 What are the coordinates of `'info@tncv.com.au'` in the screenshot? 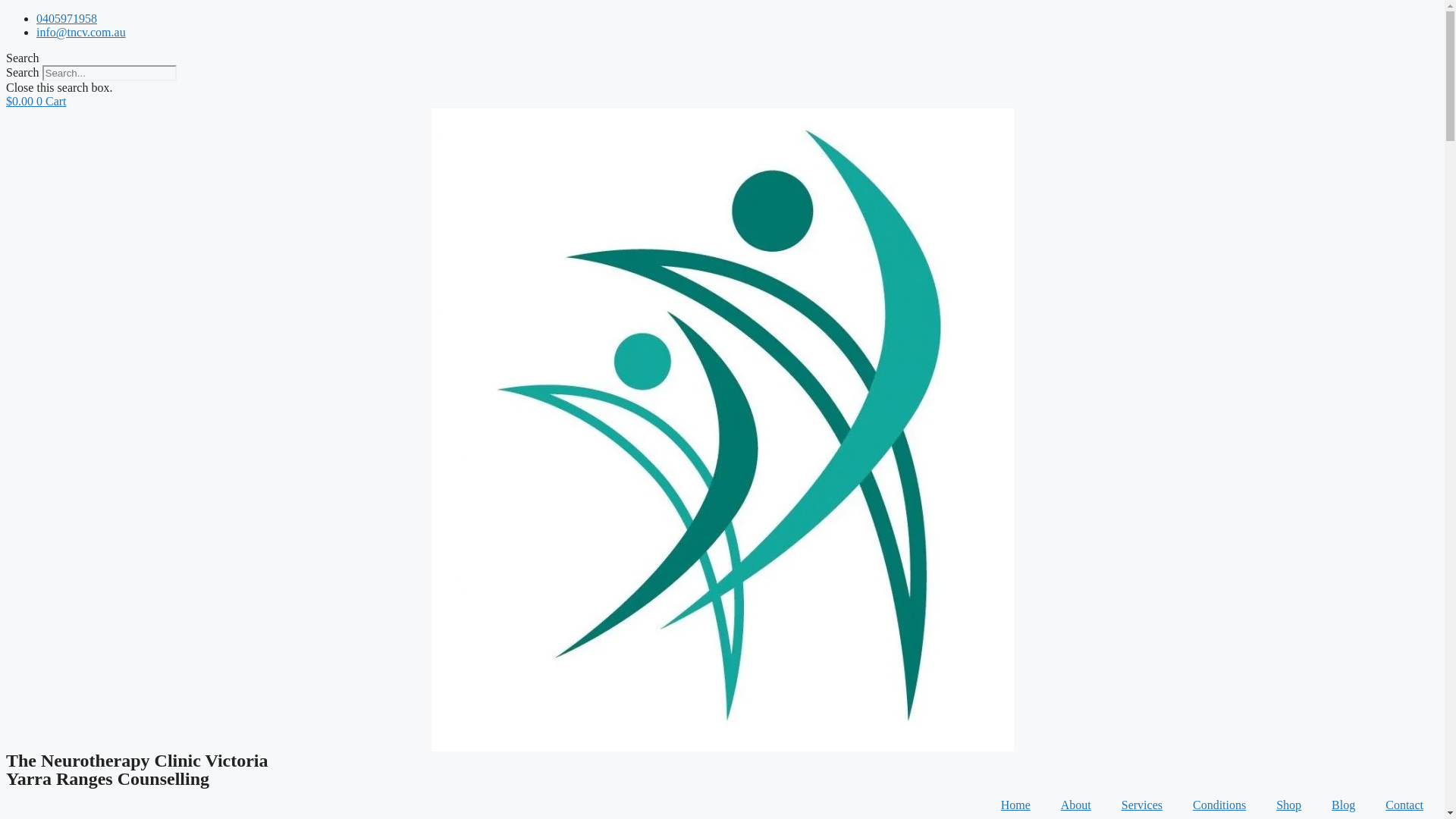 It's located at (36, 32).